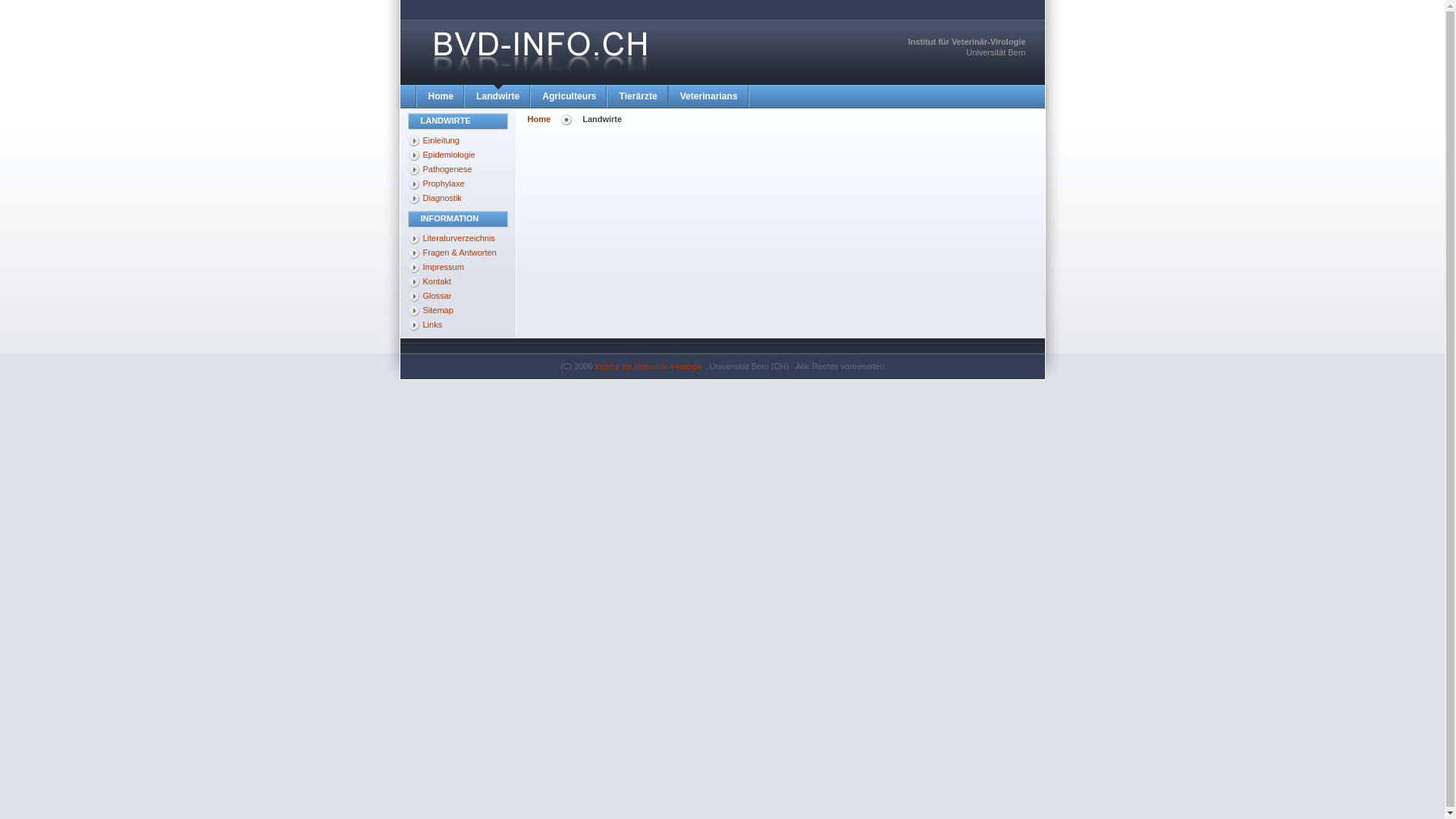 Image resolution: width=1456 pixels, height=819 pixels. What do you see at coordinates (568, 96) in the screenshot?
I see `'Agriculteurs'` at bounding box center [568, 96].